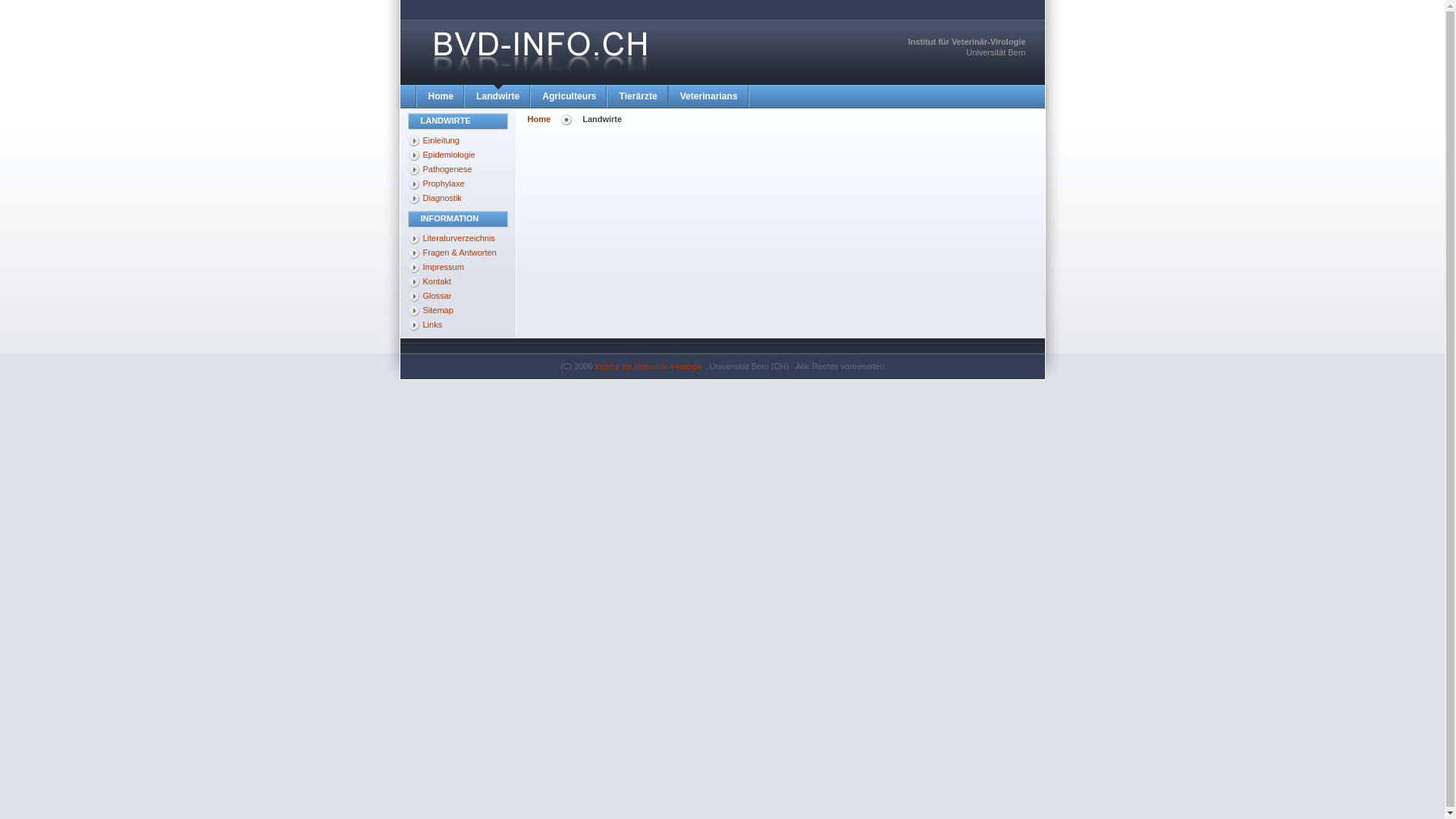 Image resolution: width=1456 pixels, height=819 pixels. What do you see at coordinates (568, 96) in the screenshot?
I see `'Agriculteurs'` at bounding box center [568, 96].